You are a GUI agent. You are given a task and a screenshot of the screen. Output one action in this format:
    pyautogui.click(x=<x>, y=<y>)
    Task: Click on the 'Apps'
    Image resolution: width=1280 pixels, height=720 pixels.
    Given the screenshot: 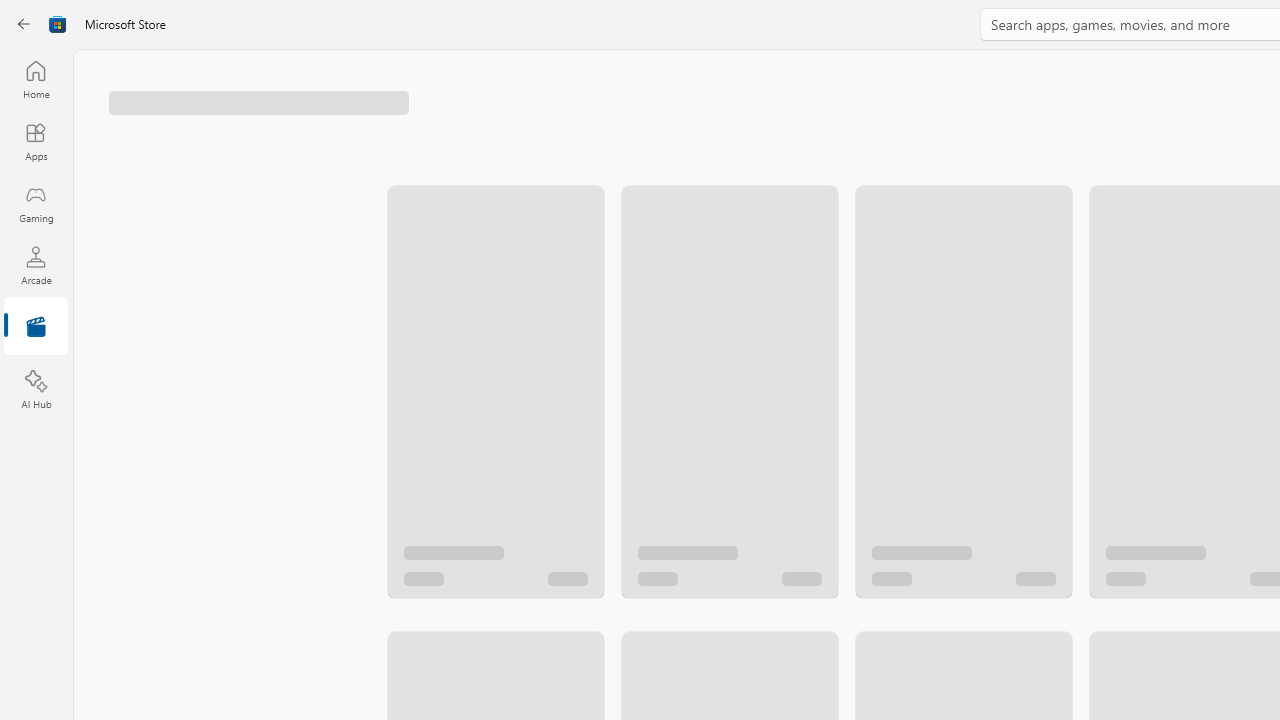 What is the action you would take?
    pyautogui.click(x=35, y=140)
    